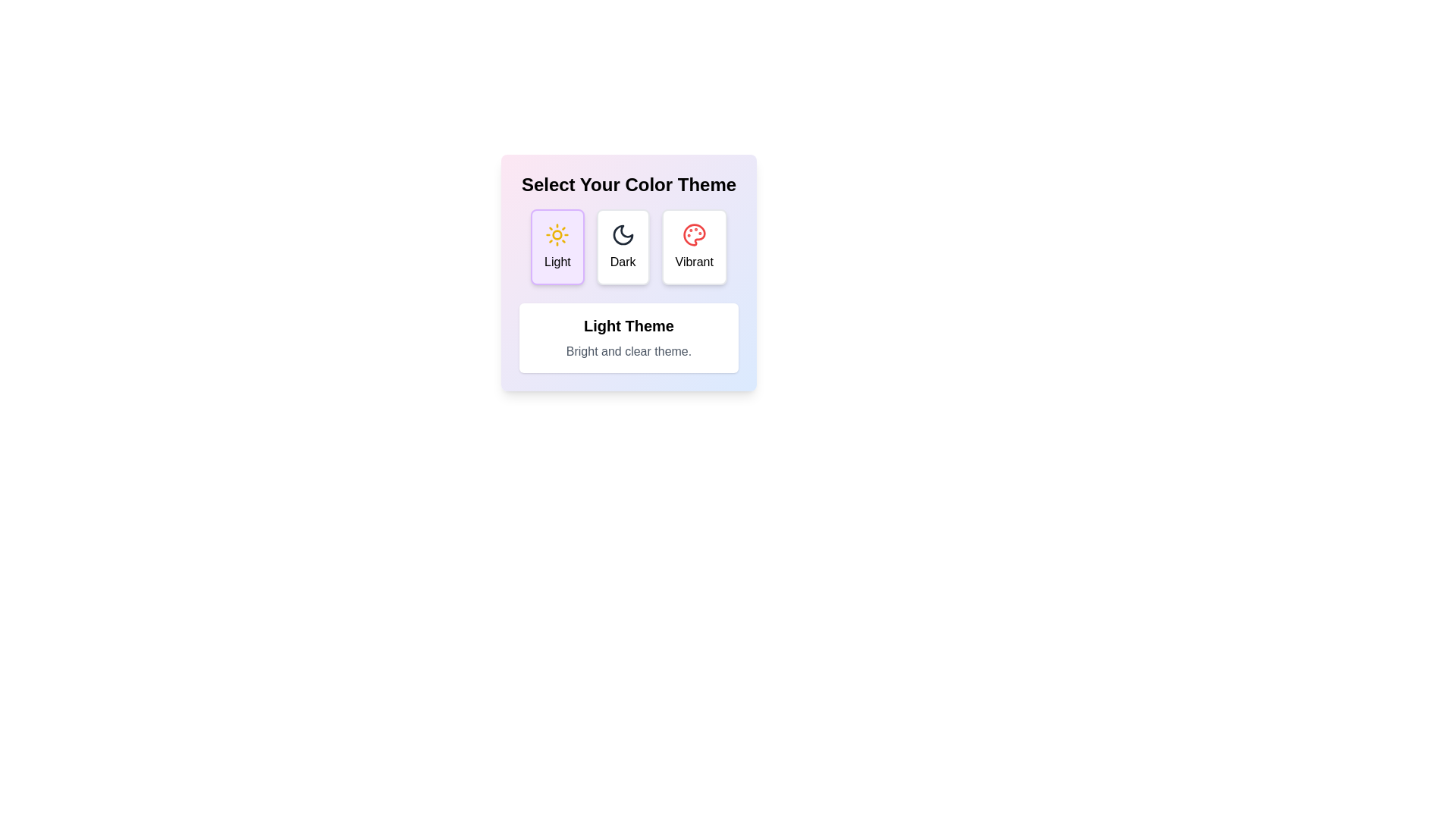 This screenshot has height=819, width=1456. Describe the element at coordinates (629, 184) in the screenshot. I see `the text heading that reads 'Select Your Color Theme', which is displayed in a bold and large font at the top of a rounded and gradient-filled card layout` at that location.